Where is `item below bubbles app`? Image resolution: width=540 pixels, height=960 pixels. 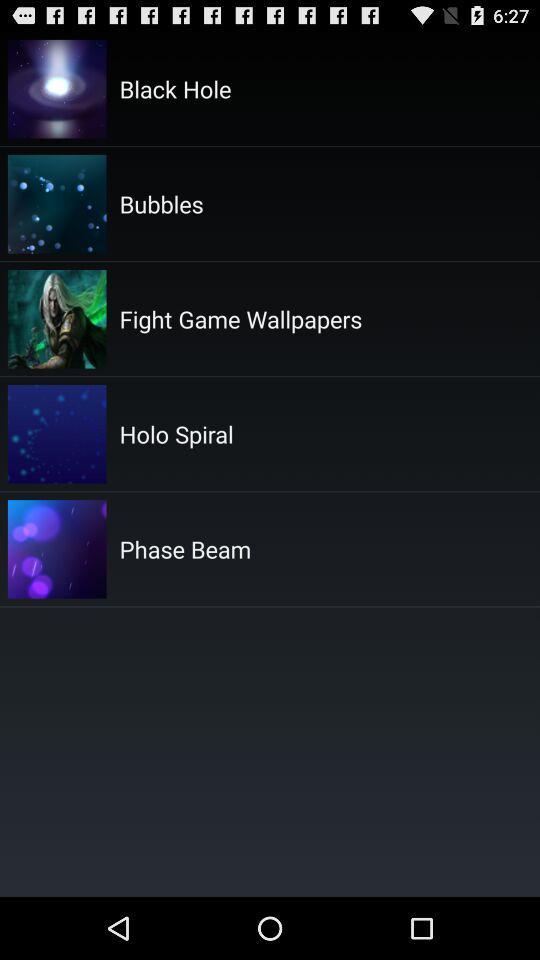
item below bubbles app is located at coordinates (240, 318).